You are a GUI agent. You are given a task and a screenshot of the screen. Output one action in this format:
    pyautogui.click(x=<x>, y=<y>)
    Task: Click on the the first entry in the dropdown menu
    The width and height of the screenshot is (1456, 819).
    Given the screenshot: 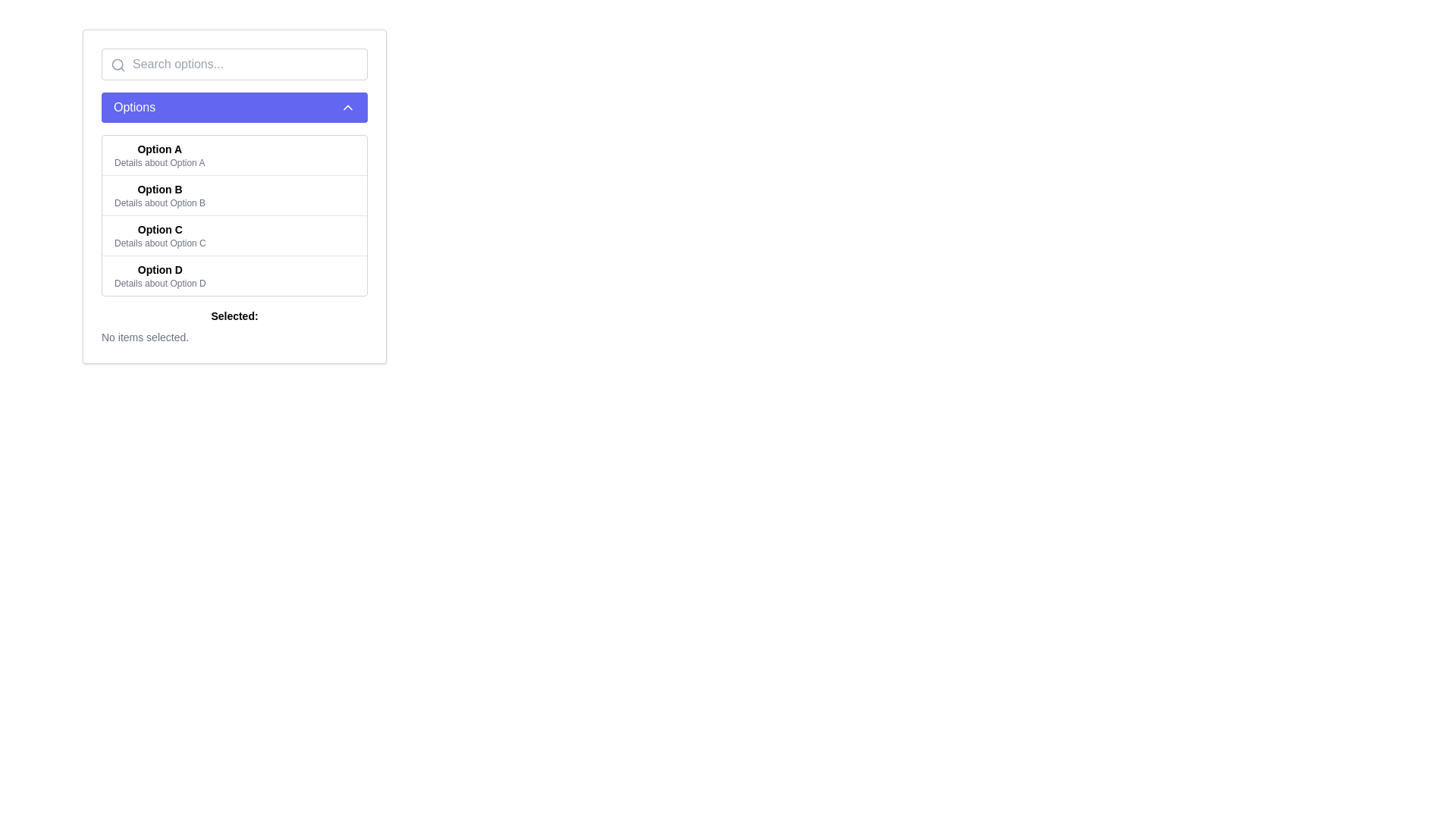 What is the action you would take?
    pyautogui.click(x=234, y=155)
    